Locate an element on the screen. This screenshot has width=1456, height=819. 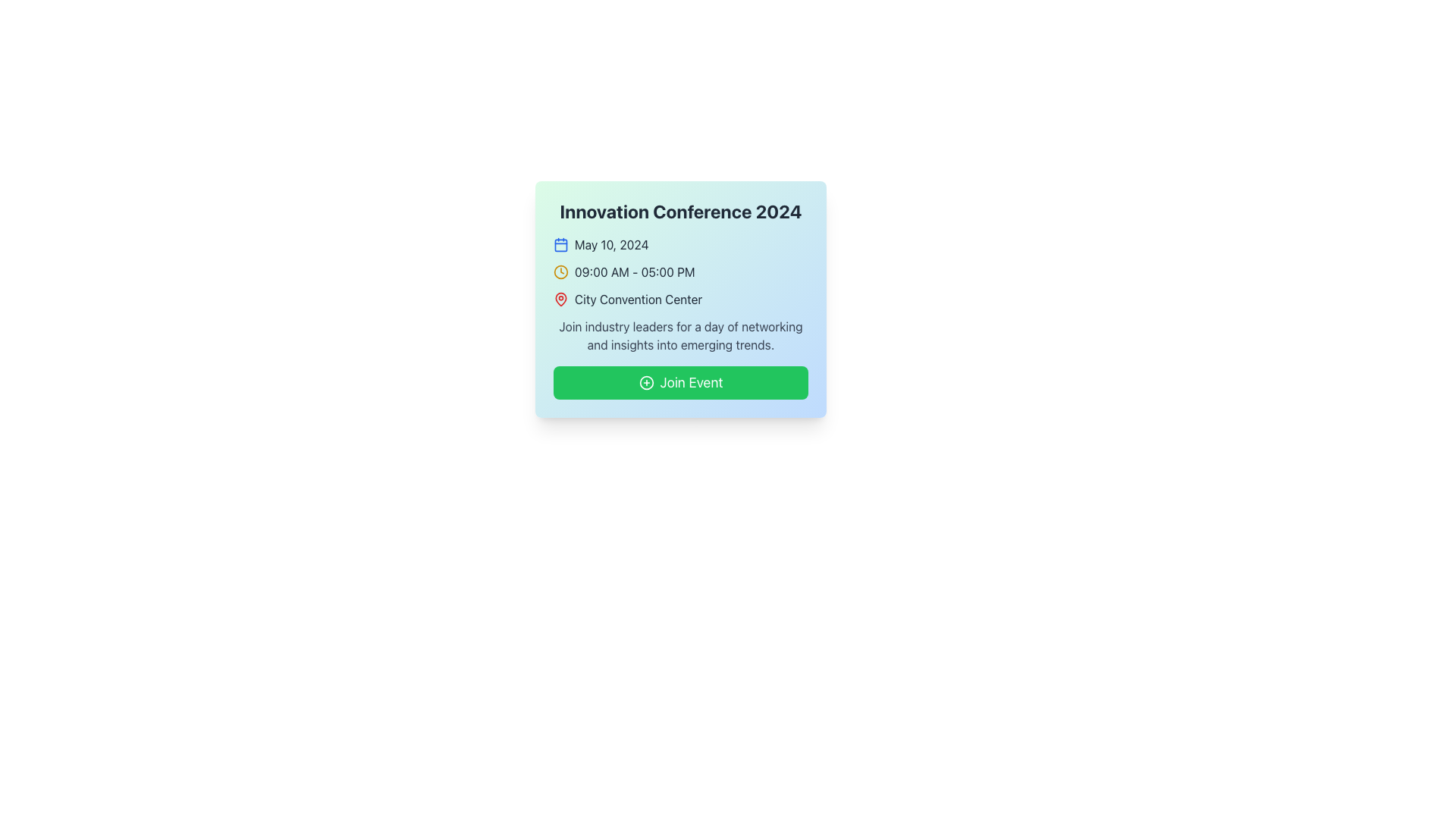
static text element displaying the date 'May 10, 2024', which is positioned to the right of a blue calendar icon in the event details section of the card interface is located at coordinates (611, 244).